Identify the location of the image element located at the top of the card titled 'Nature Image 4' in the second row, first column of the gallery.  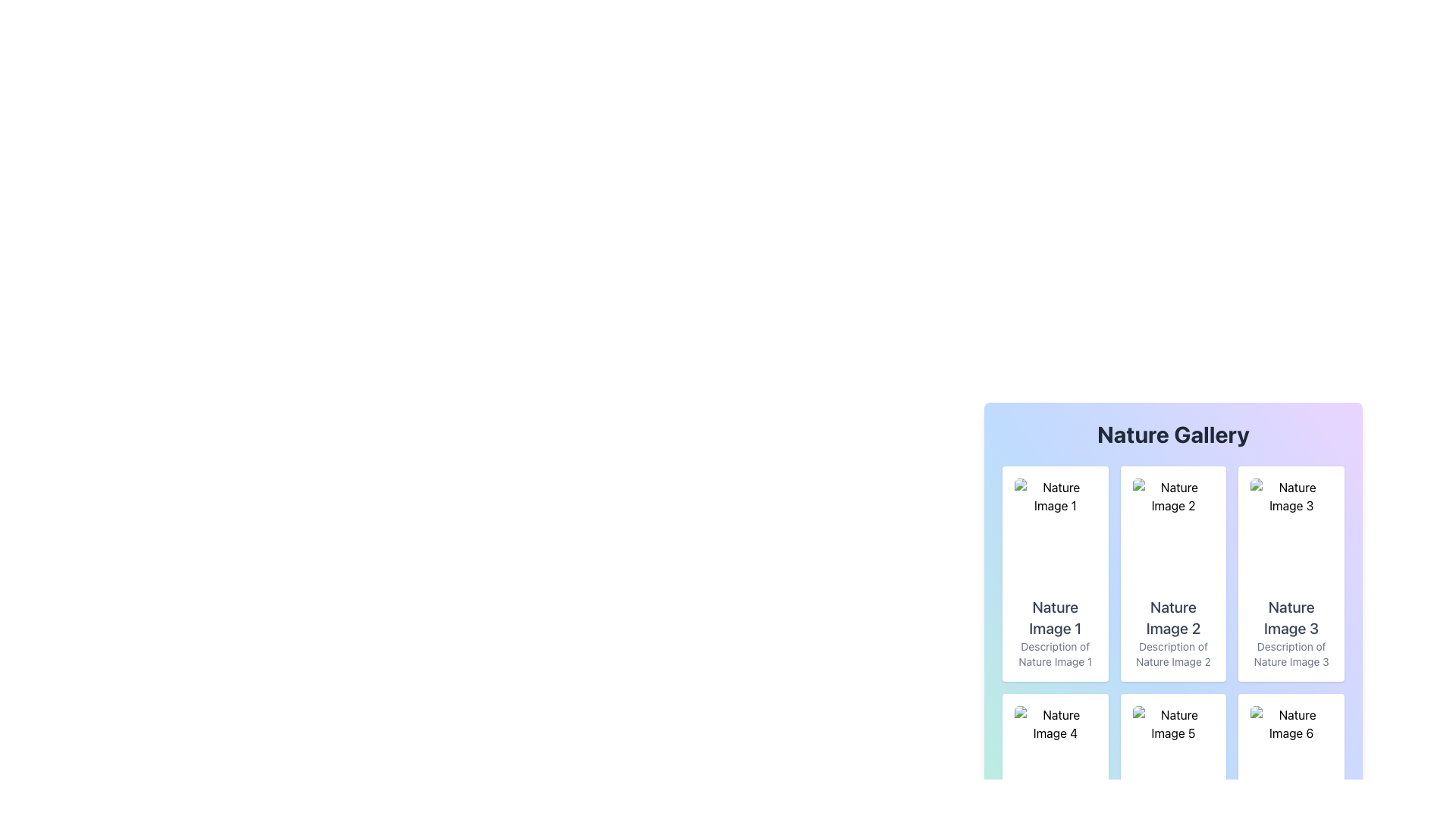
(1054, 760).